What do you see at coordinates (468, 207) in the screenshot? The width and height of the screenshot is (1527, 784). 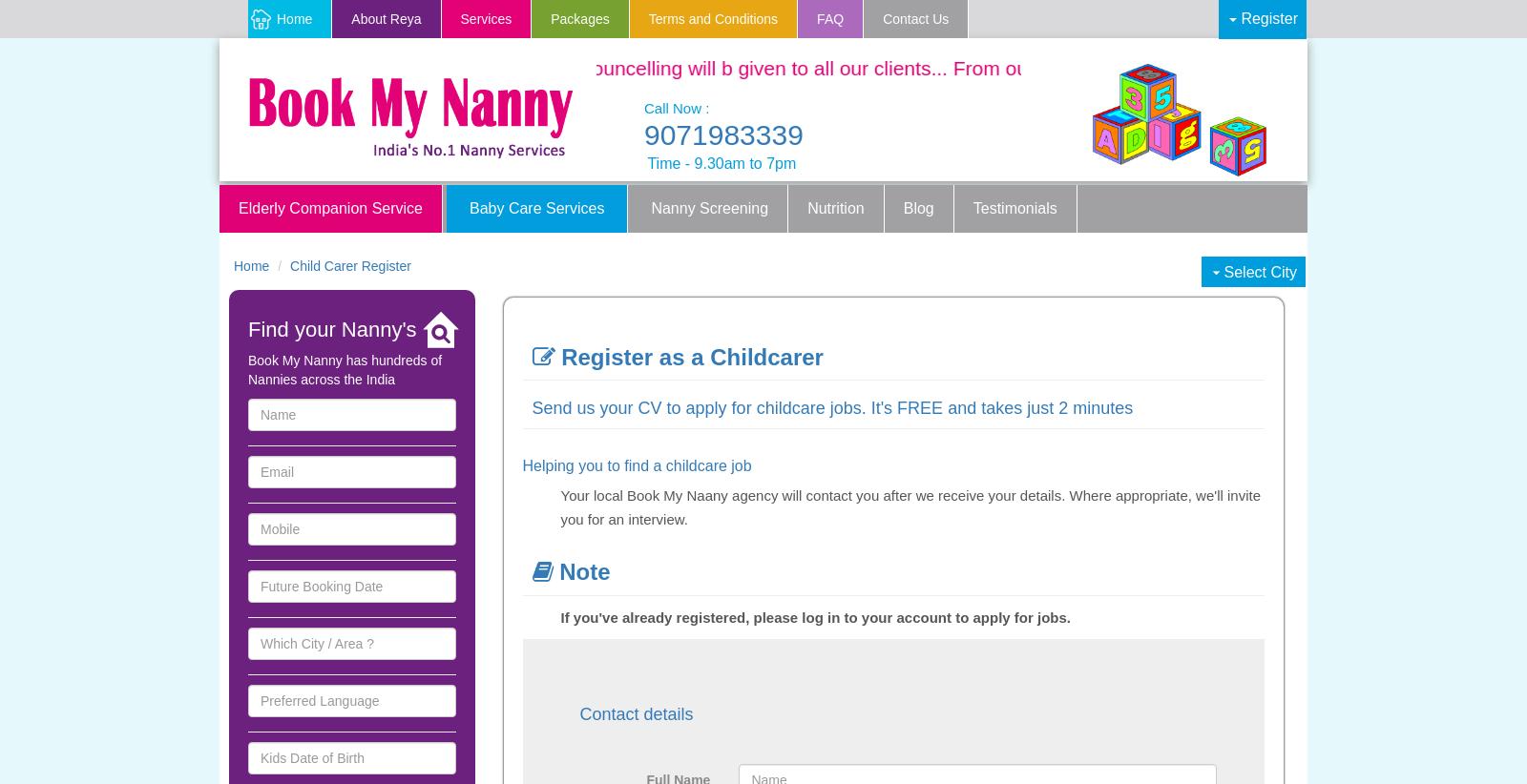 I see `'Baby Care Services'` at bounding box center [468, 207].